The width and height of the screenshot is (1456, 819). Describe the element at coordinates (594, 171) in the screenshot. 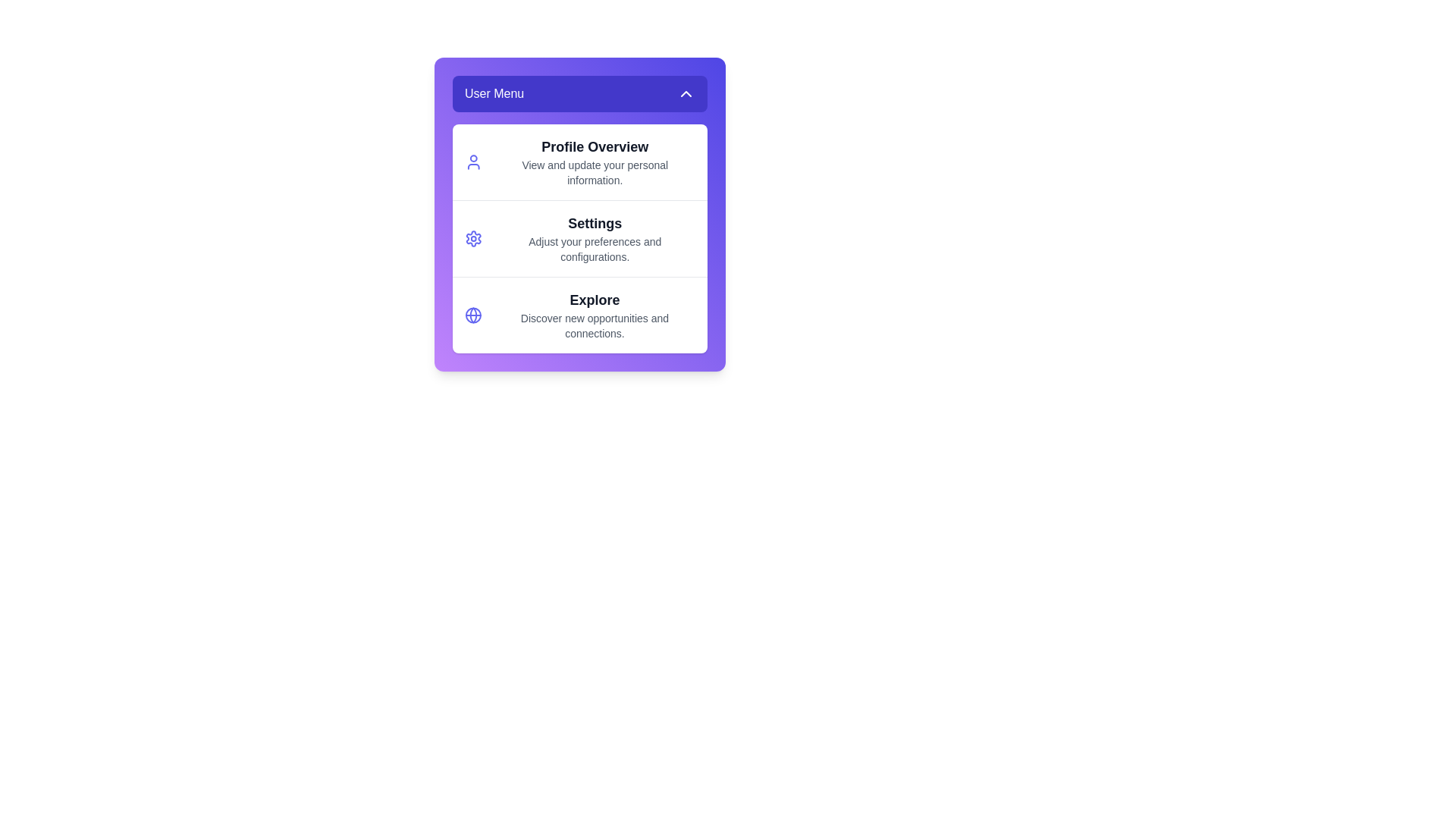

I see `the descriptive Text Label that provides information about the 'Profile Overview' section, located directly below the 'Profile Overview' title in the 'User Menu' card interface` at that location.